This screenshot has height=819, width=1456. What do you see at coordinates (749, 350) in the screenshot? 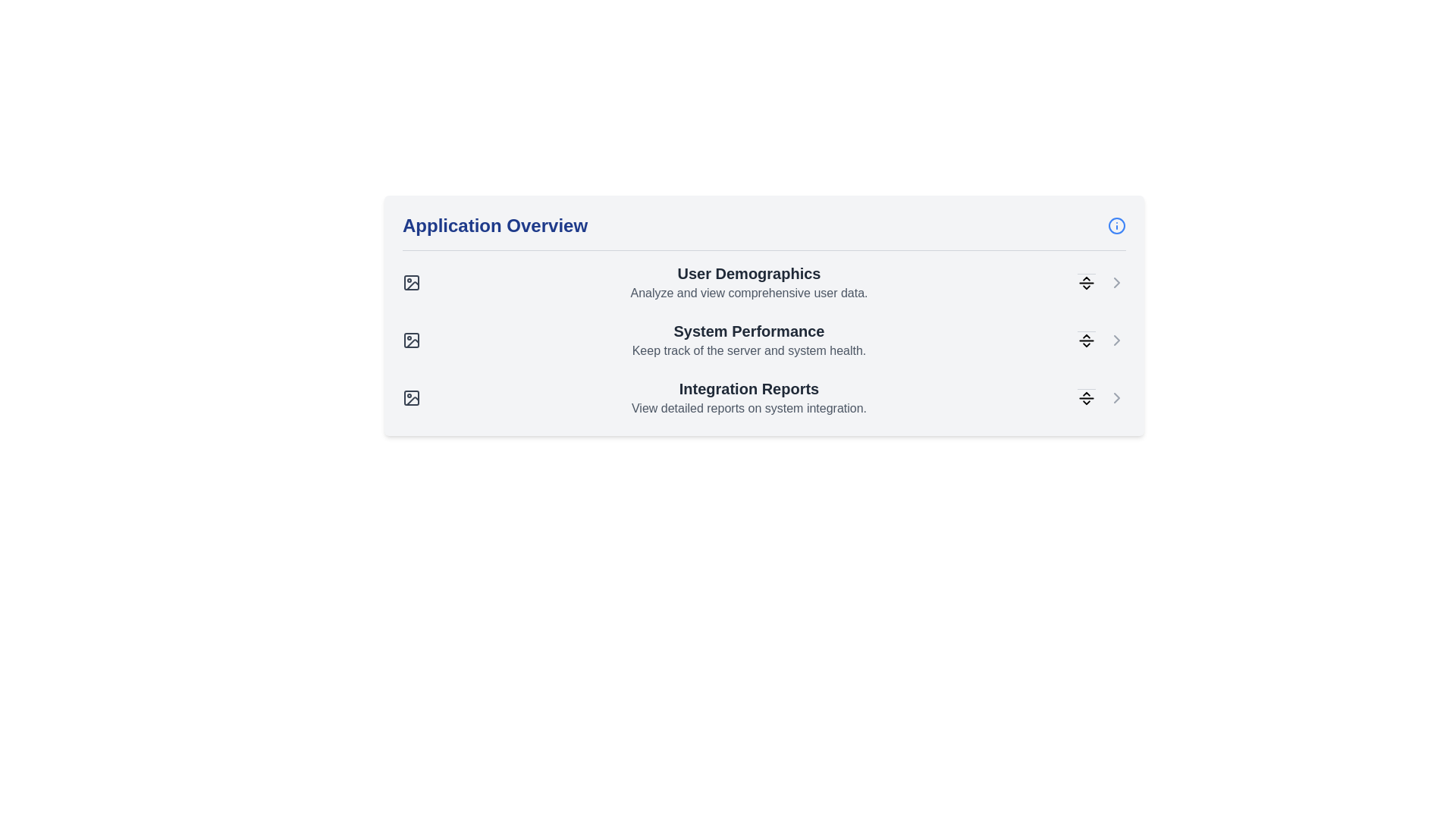
I see `the informative text label that provides context for the 'System Performance' section, located below the 'System Performance' title and aligned within the 'Application Overview' group` at bounding box center [749, 350].